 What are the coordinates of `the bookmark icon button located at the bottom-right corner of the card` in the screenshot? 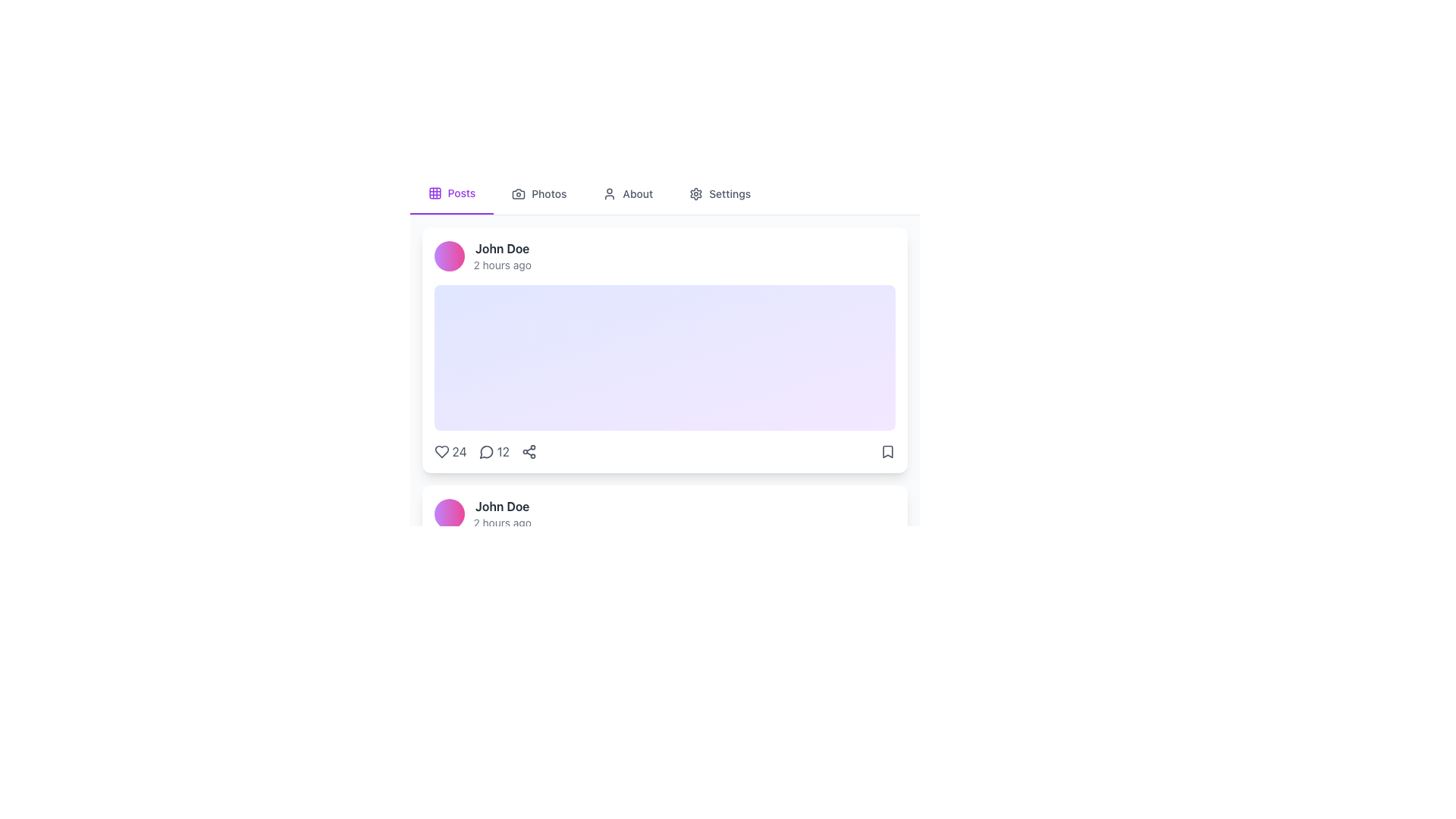 It's located at (887, 451).